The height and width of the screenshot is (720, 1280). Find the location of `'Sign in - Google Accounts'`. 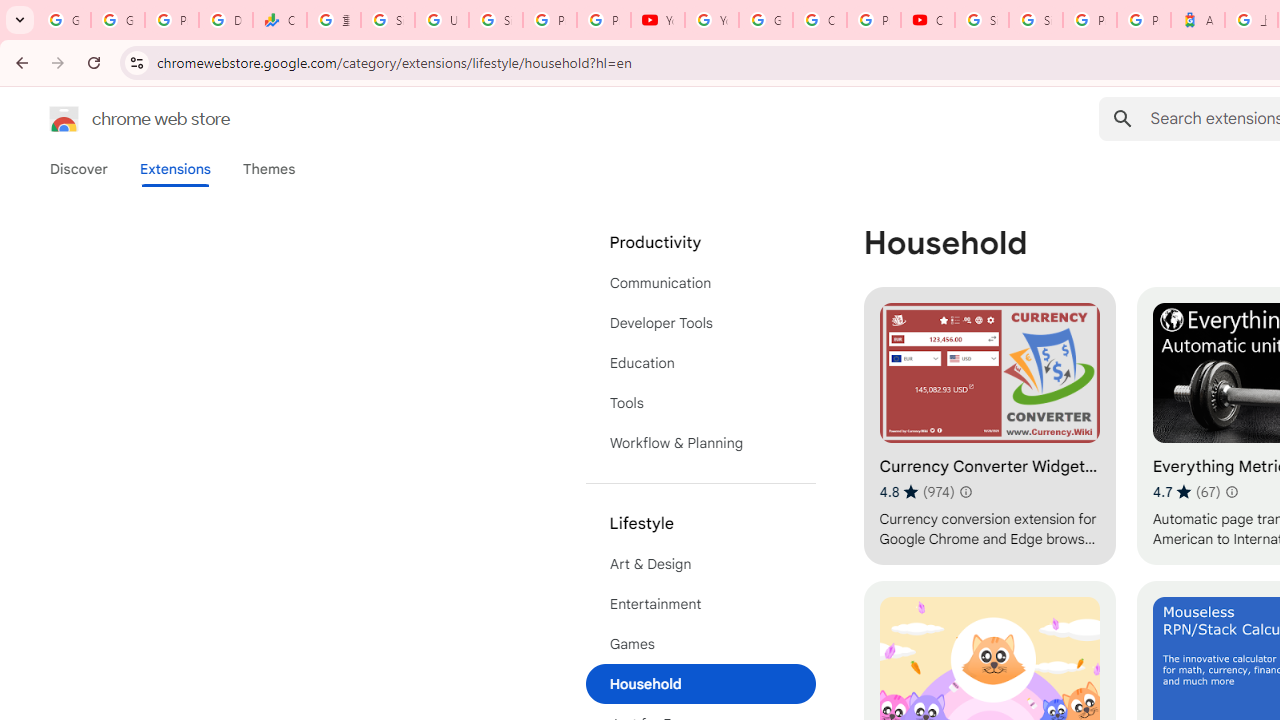

'Sign in - Google Accounts' is located at coordinates (1036, 20).